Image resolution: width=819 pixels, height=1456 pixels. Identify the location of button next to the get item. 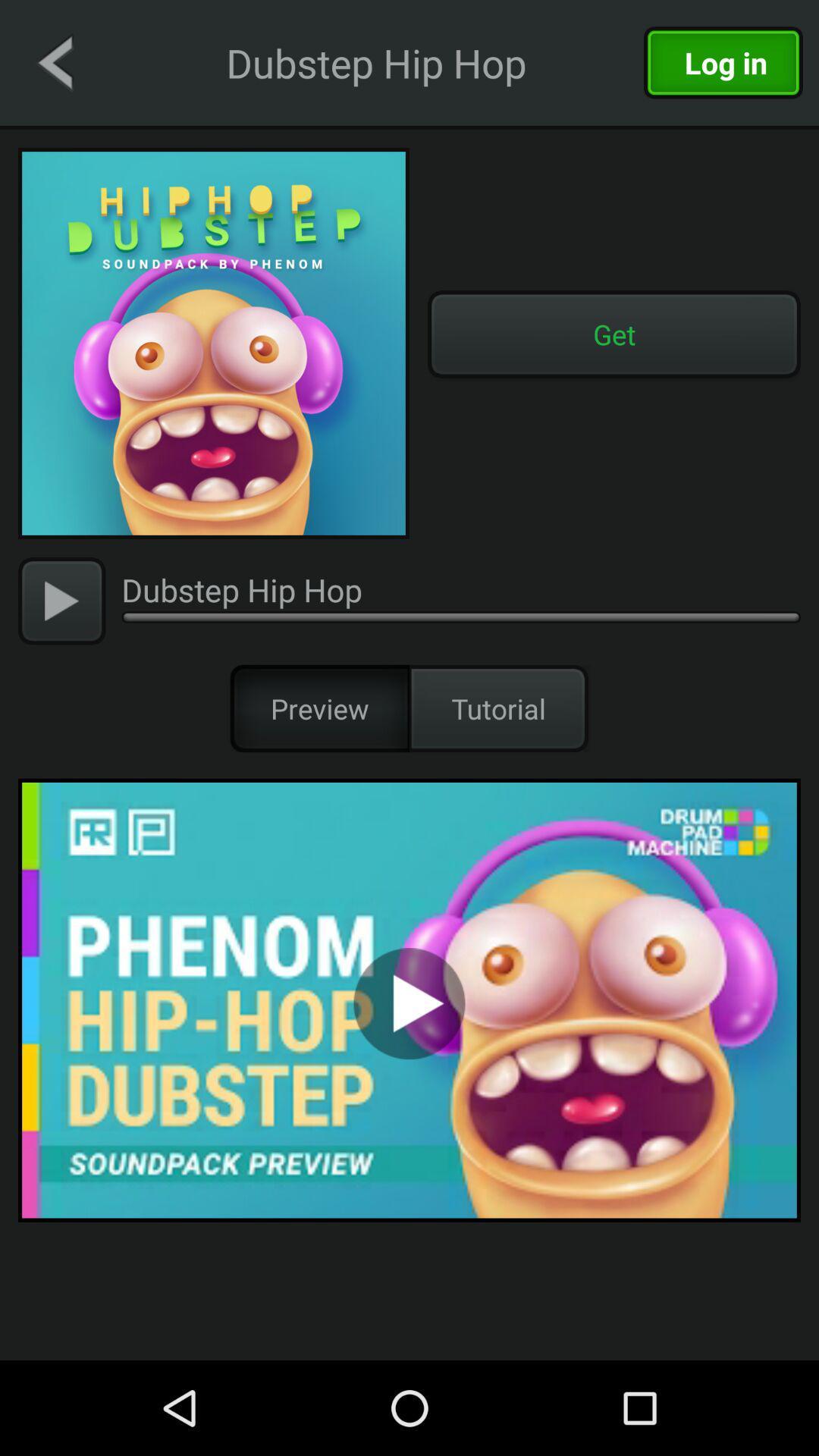
(213, 342).